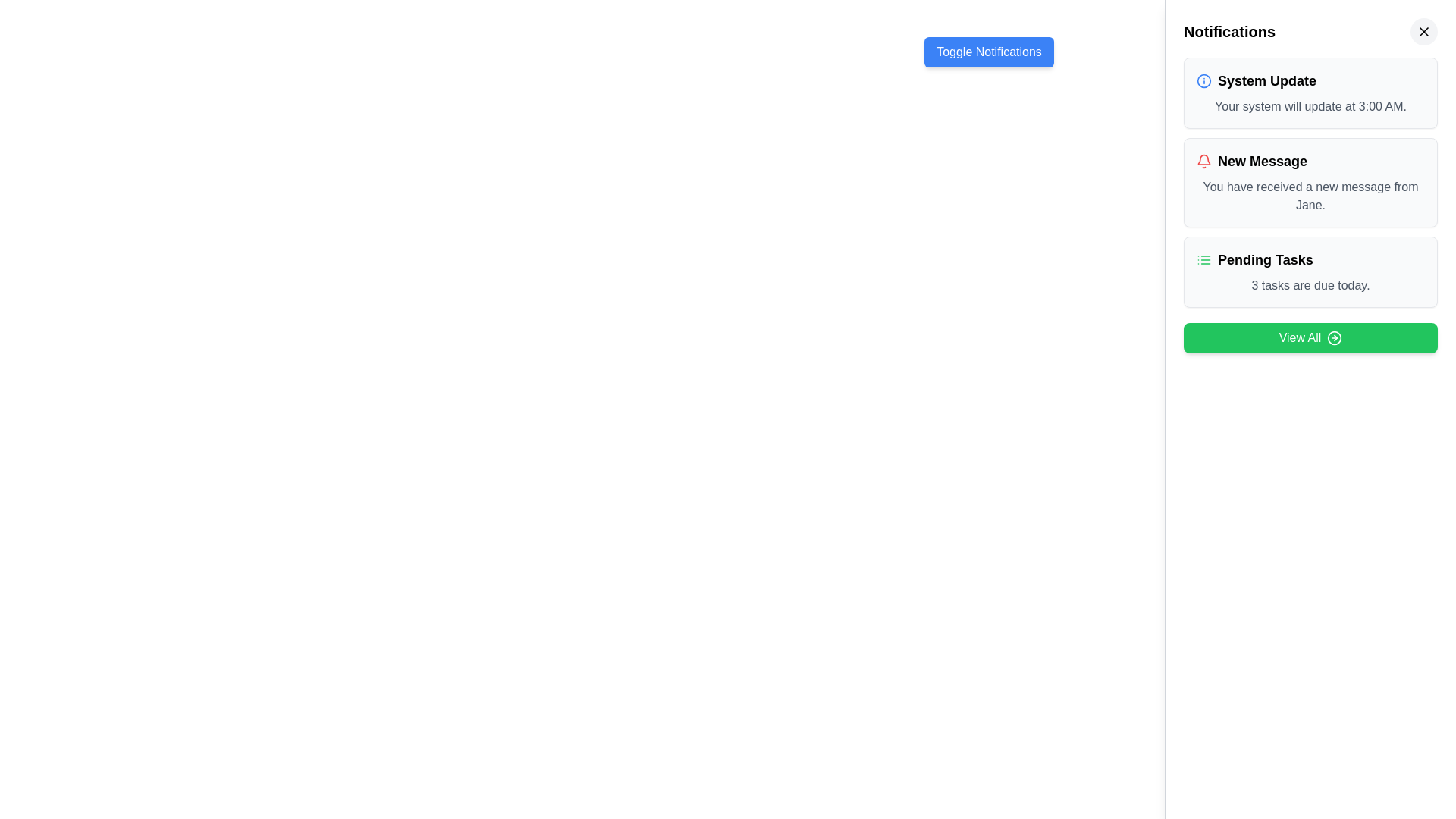  Describe the element at coordinates (1310, 337) in the screenshot. I see `the green rectangular button with white text saying 'View All' and a rightward arrow icon` at that location.